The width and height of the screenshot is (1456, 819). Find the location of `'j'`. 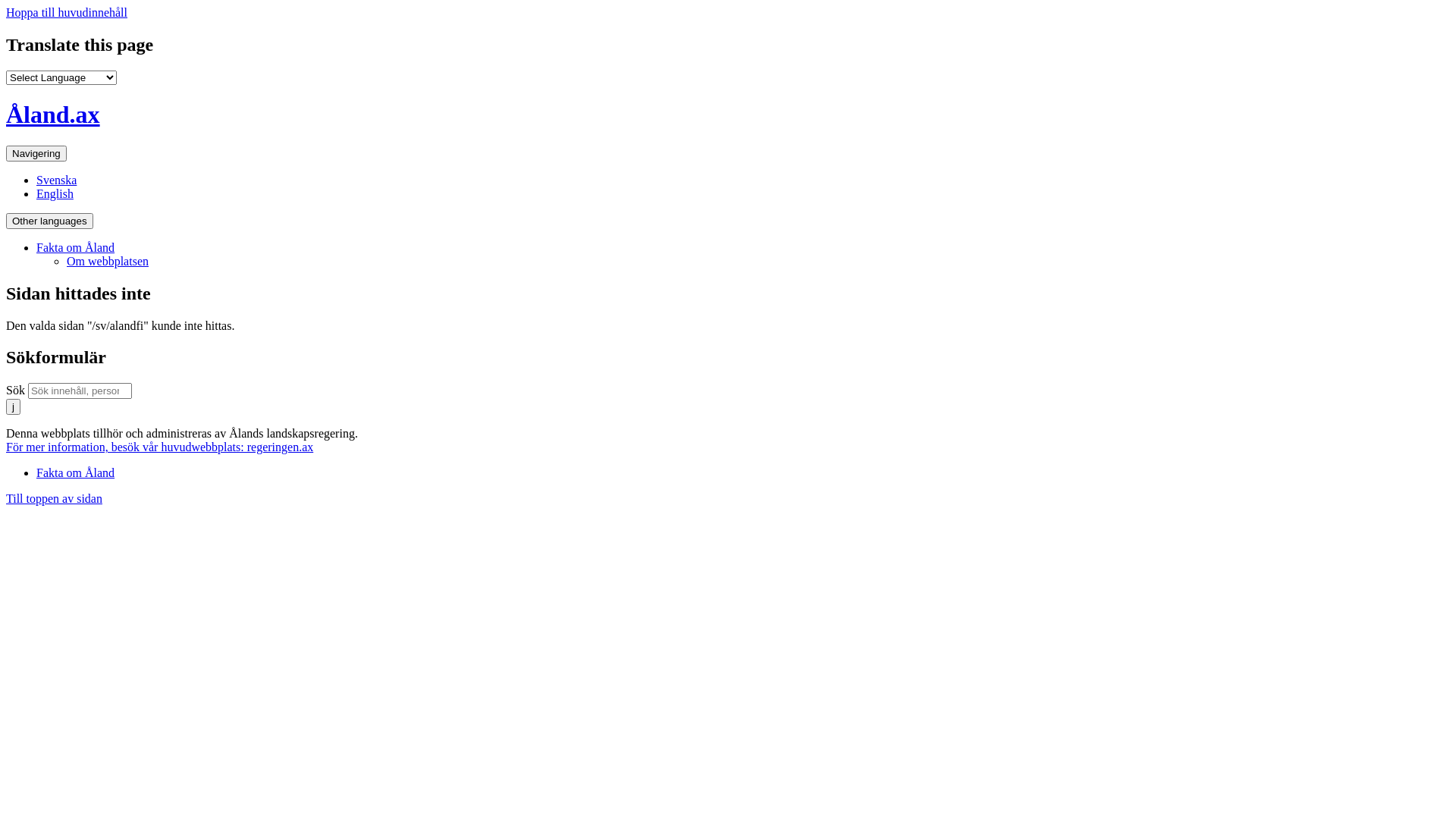

'j' is located at coordinates (6, 406).